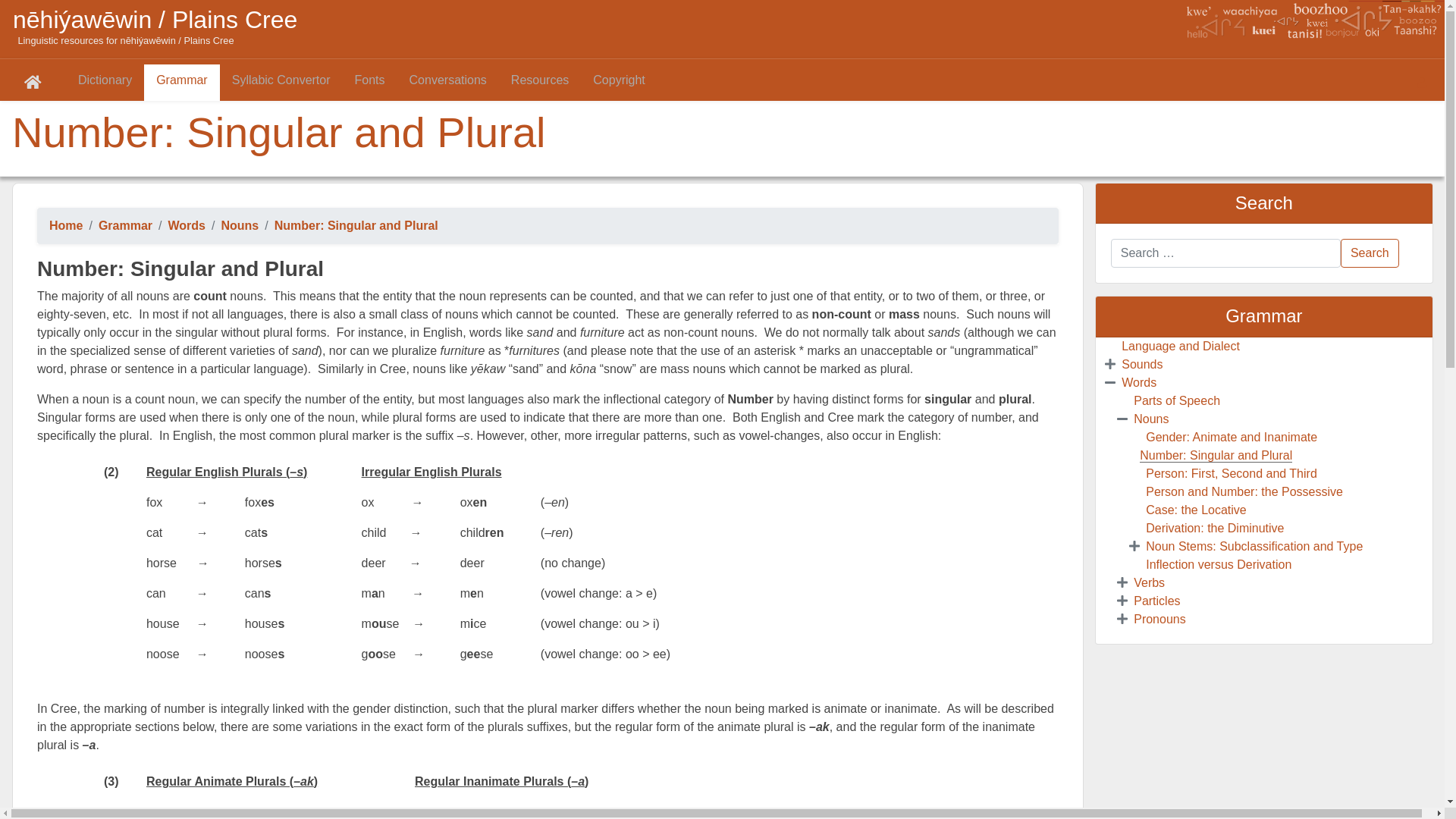  I want to click on 'Sounds', so click(1142, 364).